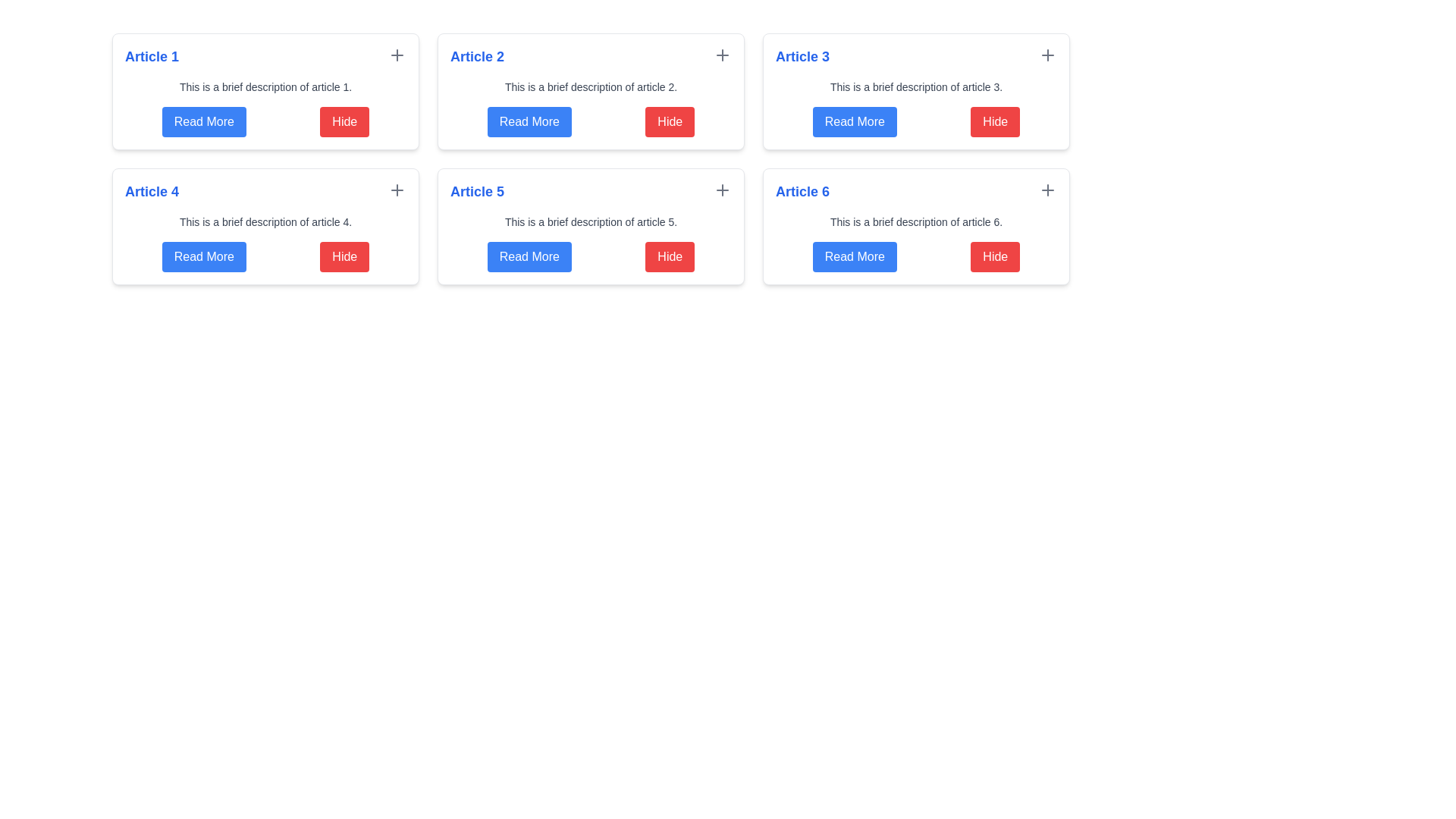 The image size is (1456, 819). What do you see at coordinates (802, 55) in the screenshot?
I see `the text label or heading located at the top-left of the top-center card in the grid layout, which serves as the title of the section` at bounding box center [802, 55].